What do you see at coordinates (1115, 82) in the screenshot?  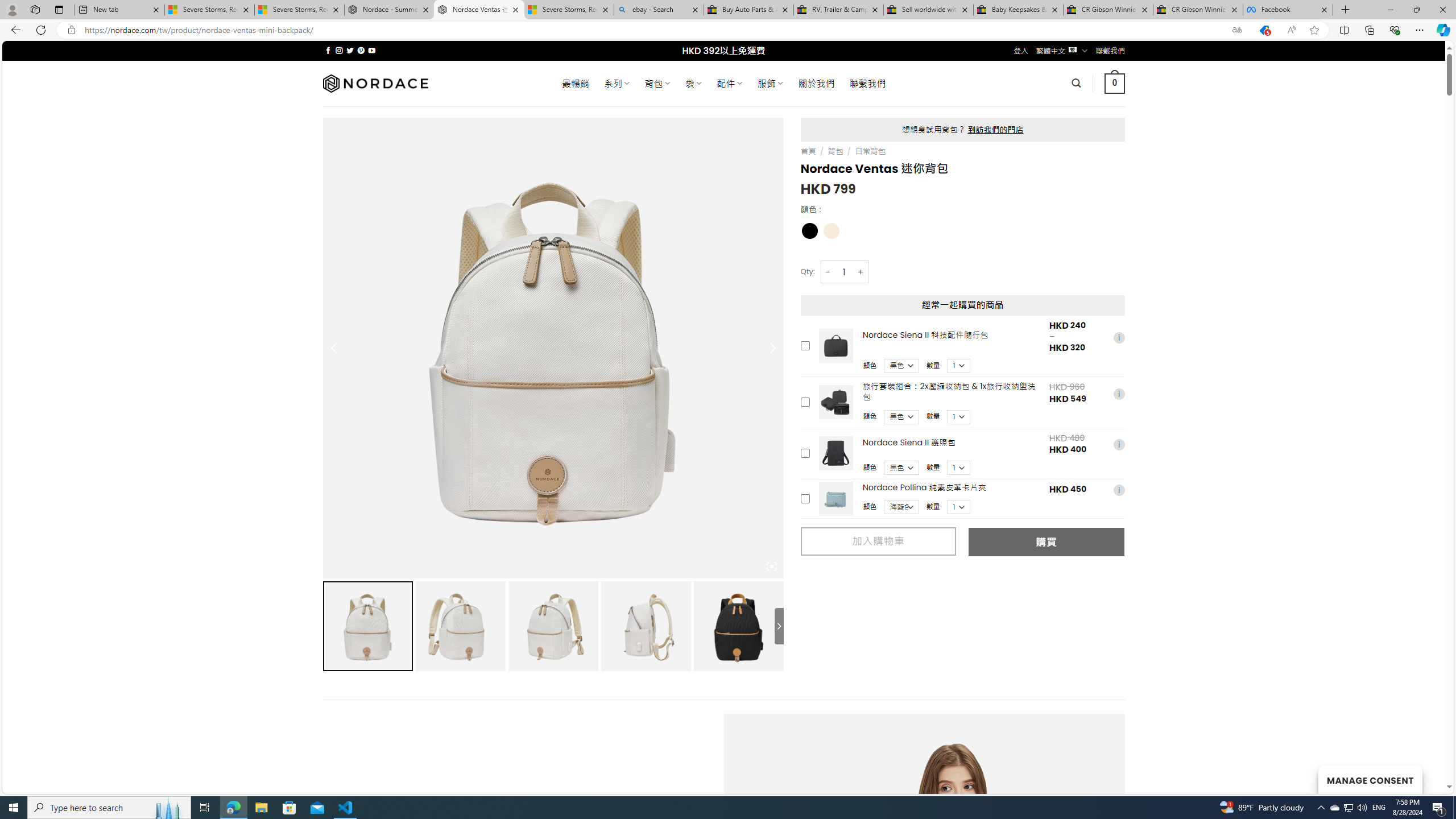 I see `'  0  '` at bounding box center [1115, 82].